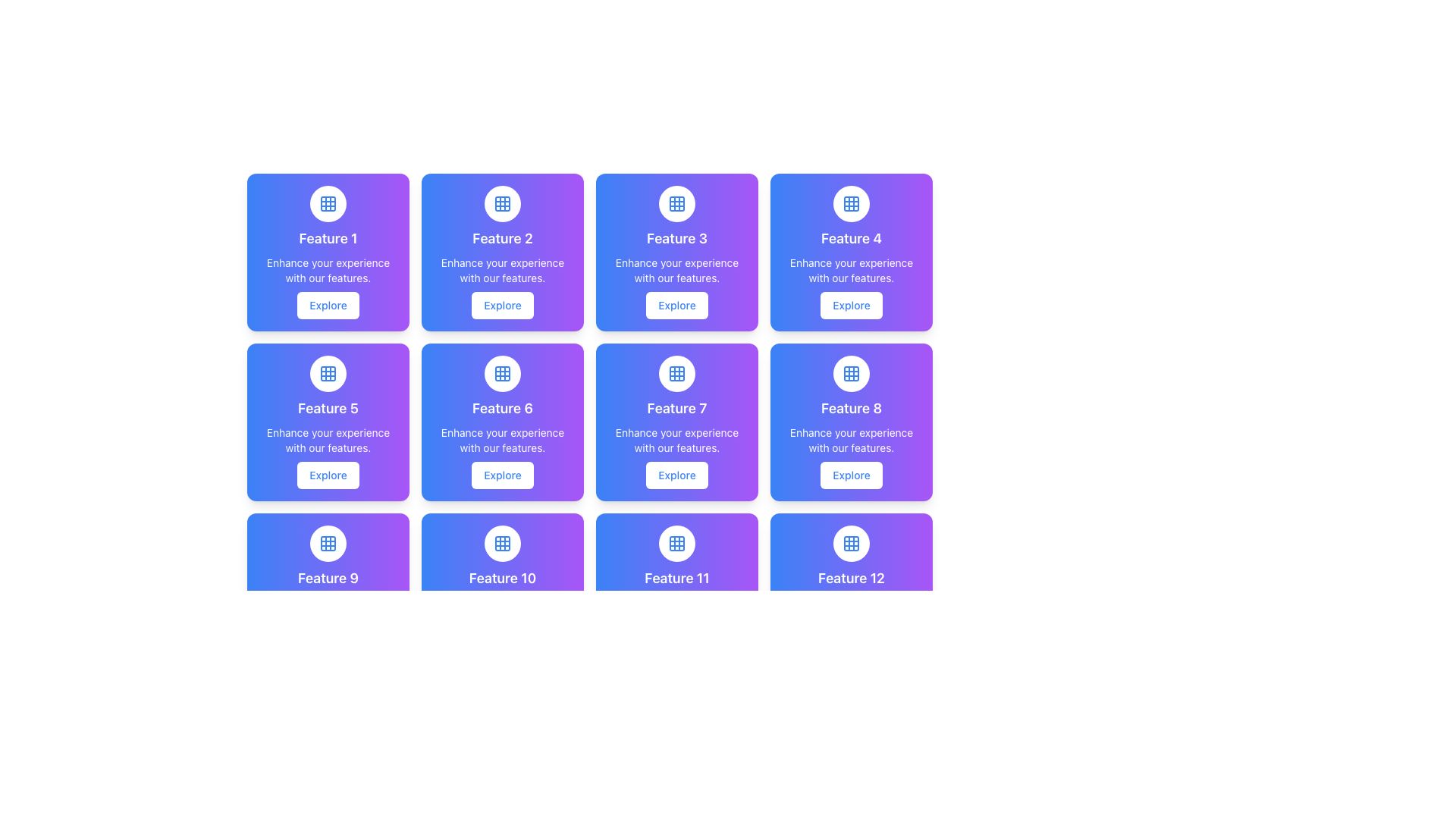 Image resolution: width=1456 pixels, height=819 pixels. I want to click on the grid icon located in the second column of the first row of the feature layout, so click(502, 203).